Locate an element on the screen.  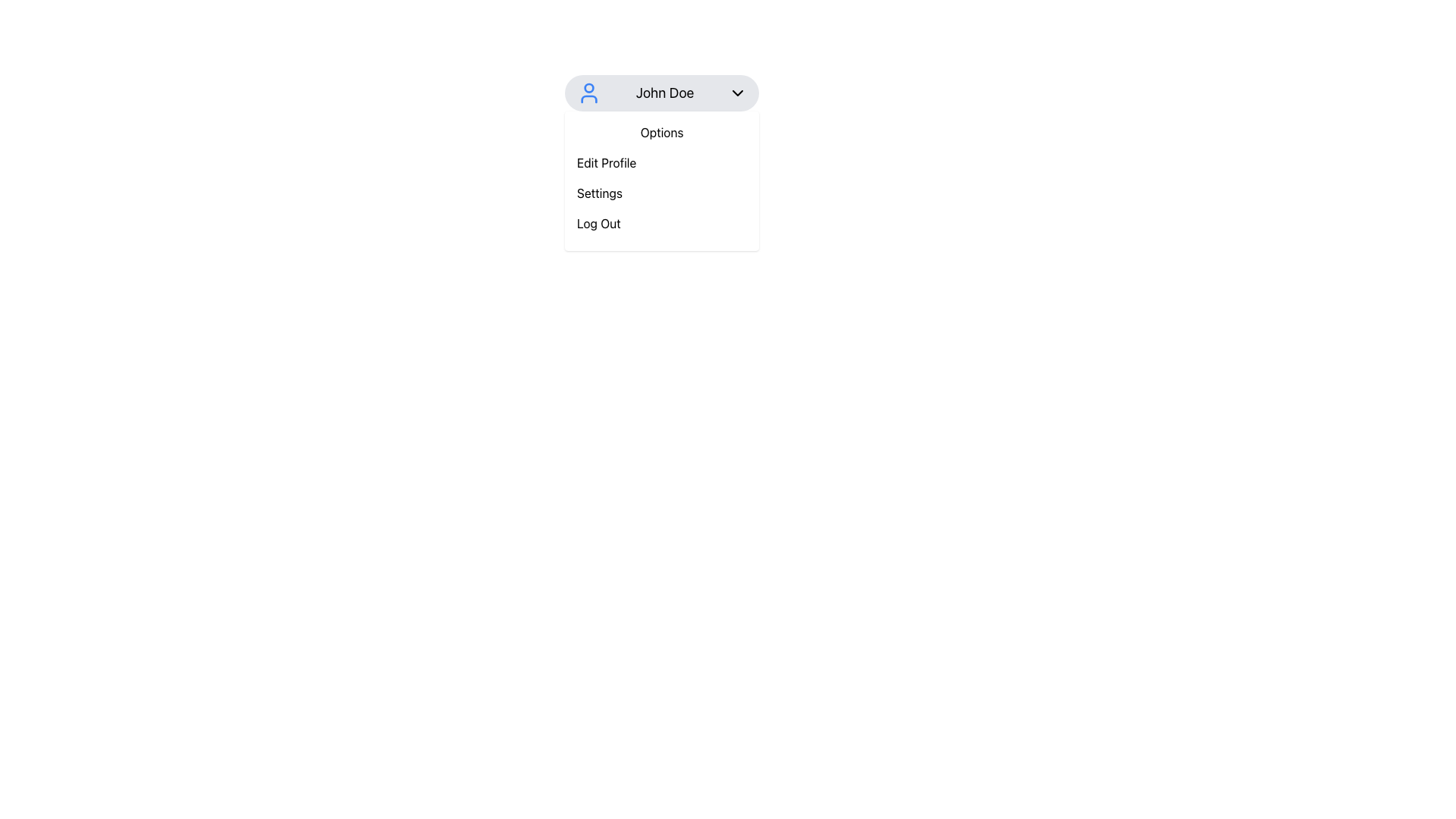
the 'Edit Profile' button located in the dropdown menu under the 'Options' section is located at coordinates (662, 163).